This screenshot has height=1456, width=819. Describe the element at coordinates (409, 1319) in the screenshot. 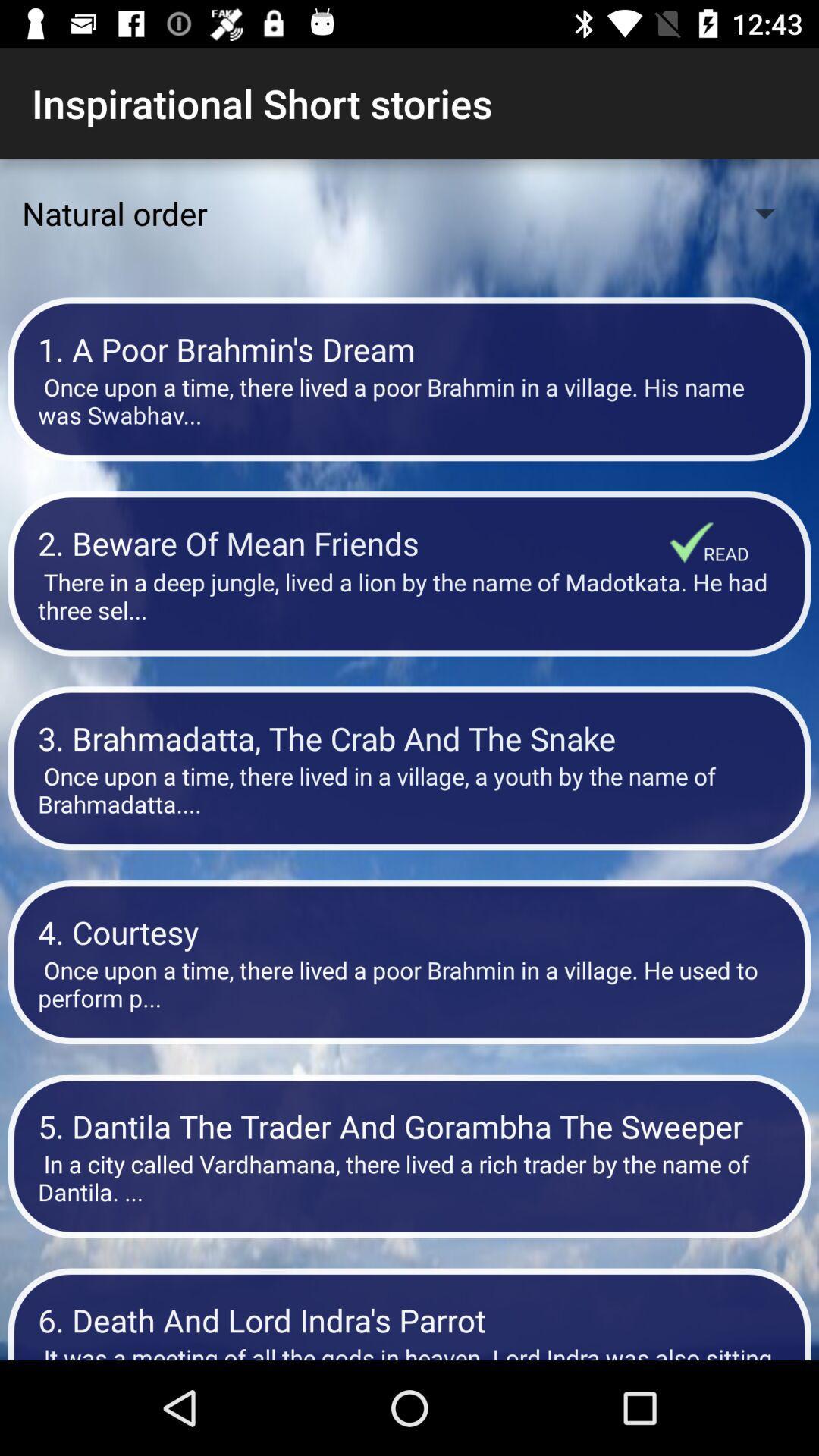

I see `item above the it was a` at that location.